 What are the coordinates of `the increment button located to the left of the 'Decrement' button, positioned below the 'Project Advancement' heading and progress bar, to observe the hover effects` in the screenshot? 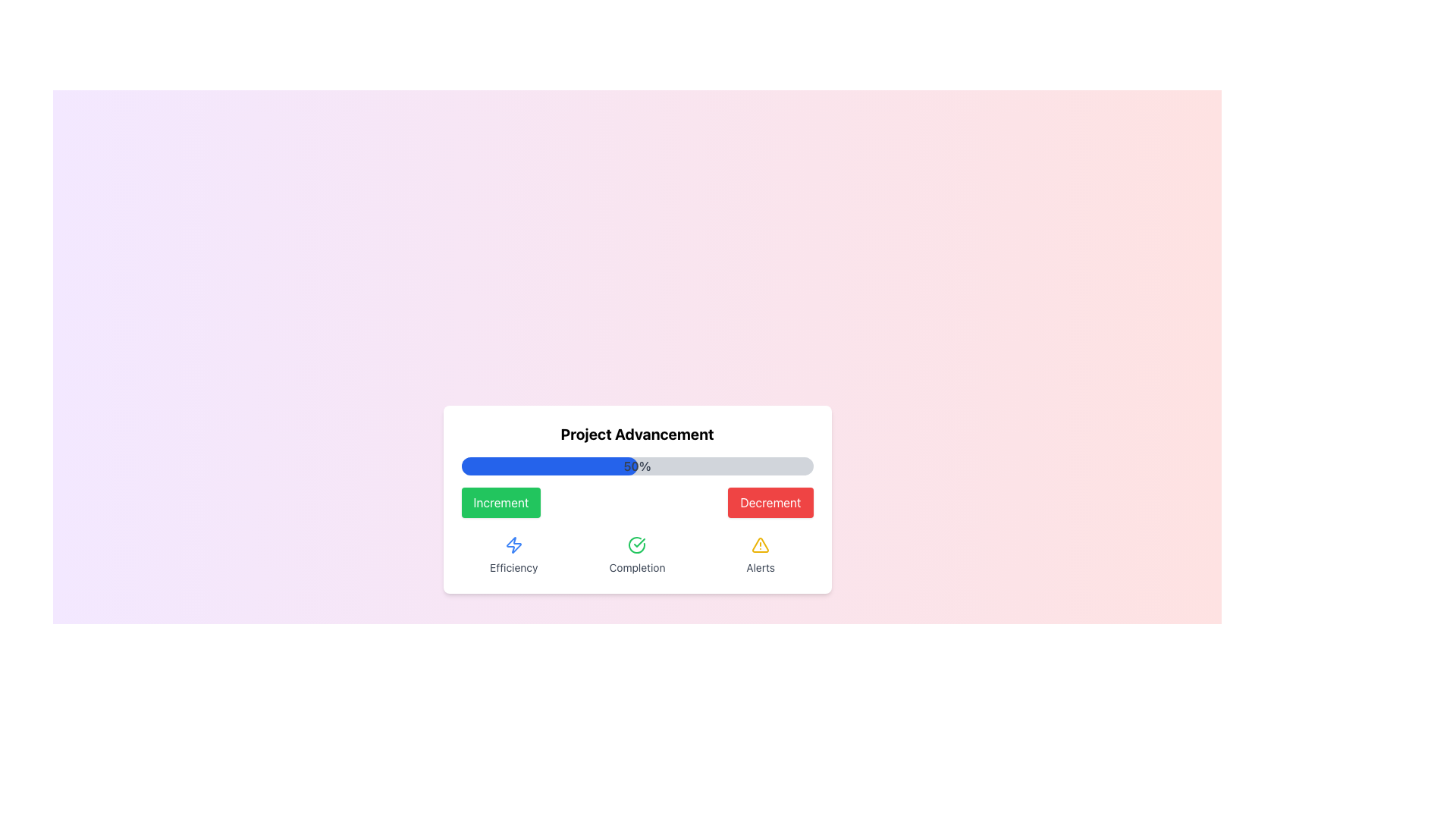 It's located at (501, 503).